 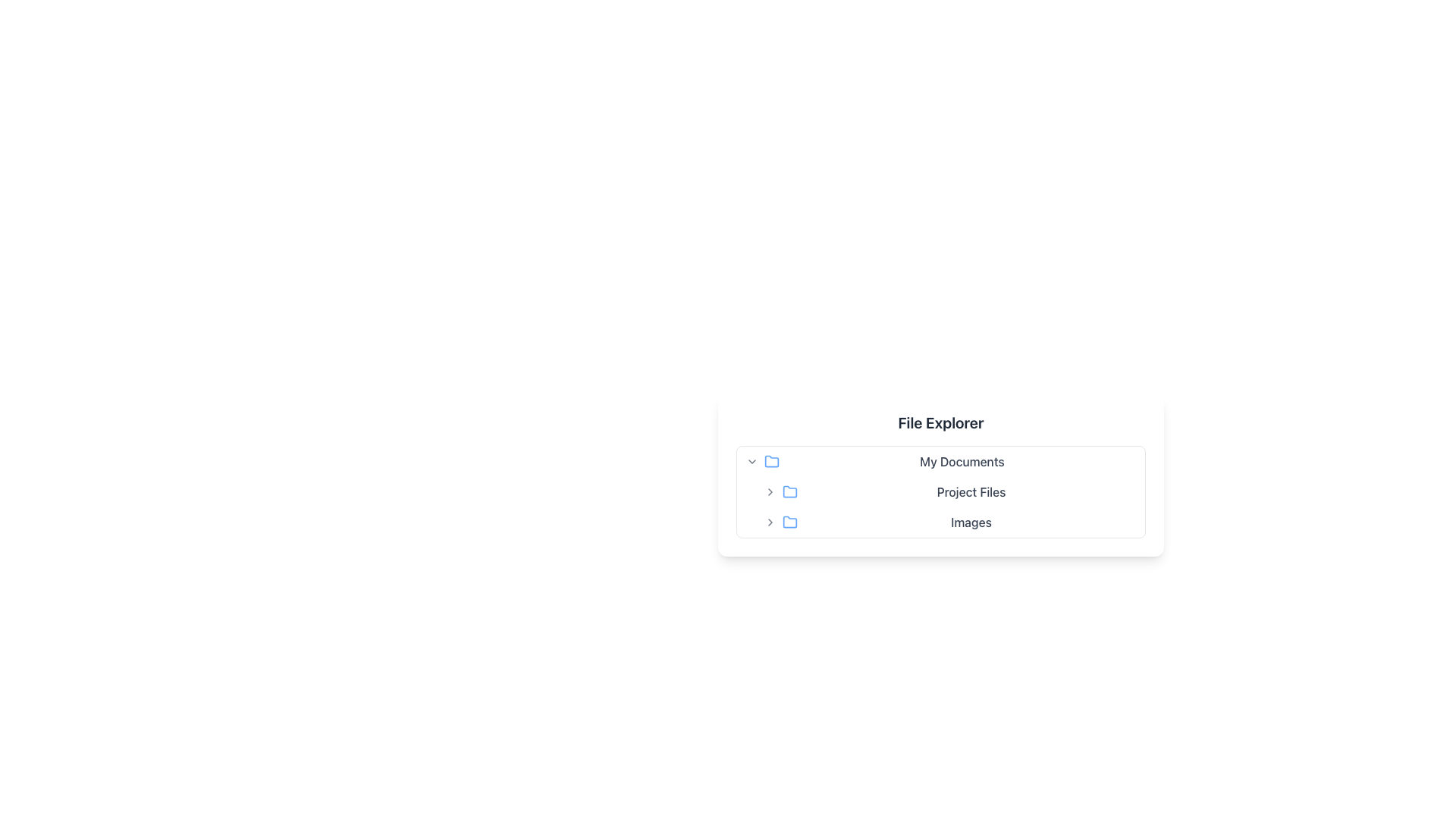 What do you see at coordinates (789, 491) in the screenshot?
I see `the folder icon representing 'Project Files' for visual feedback` at bounding box center [789, 491].